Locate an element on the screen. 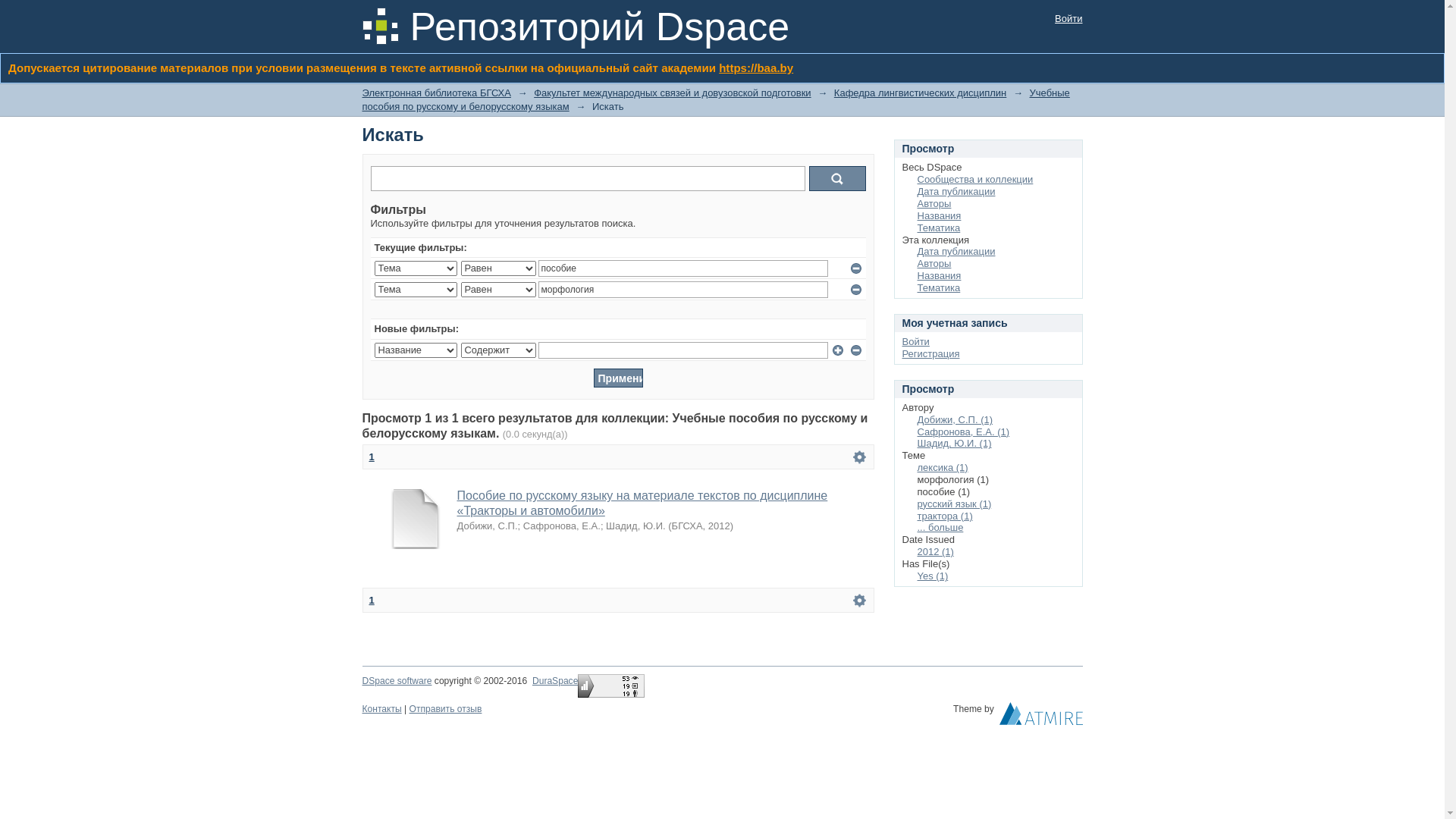 The width and height of the screenshot is (1456, 819). 'Atmire NV' is located at coordinates (1040, 717).